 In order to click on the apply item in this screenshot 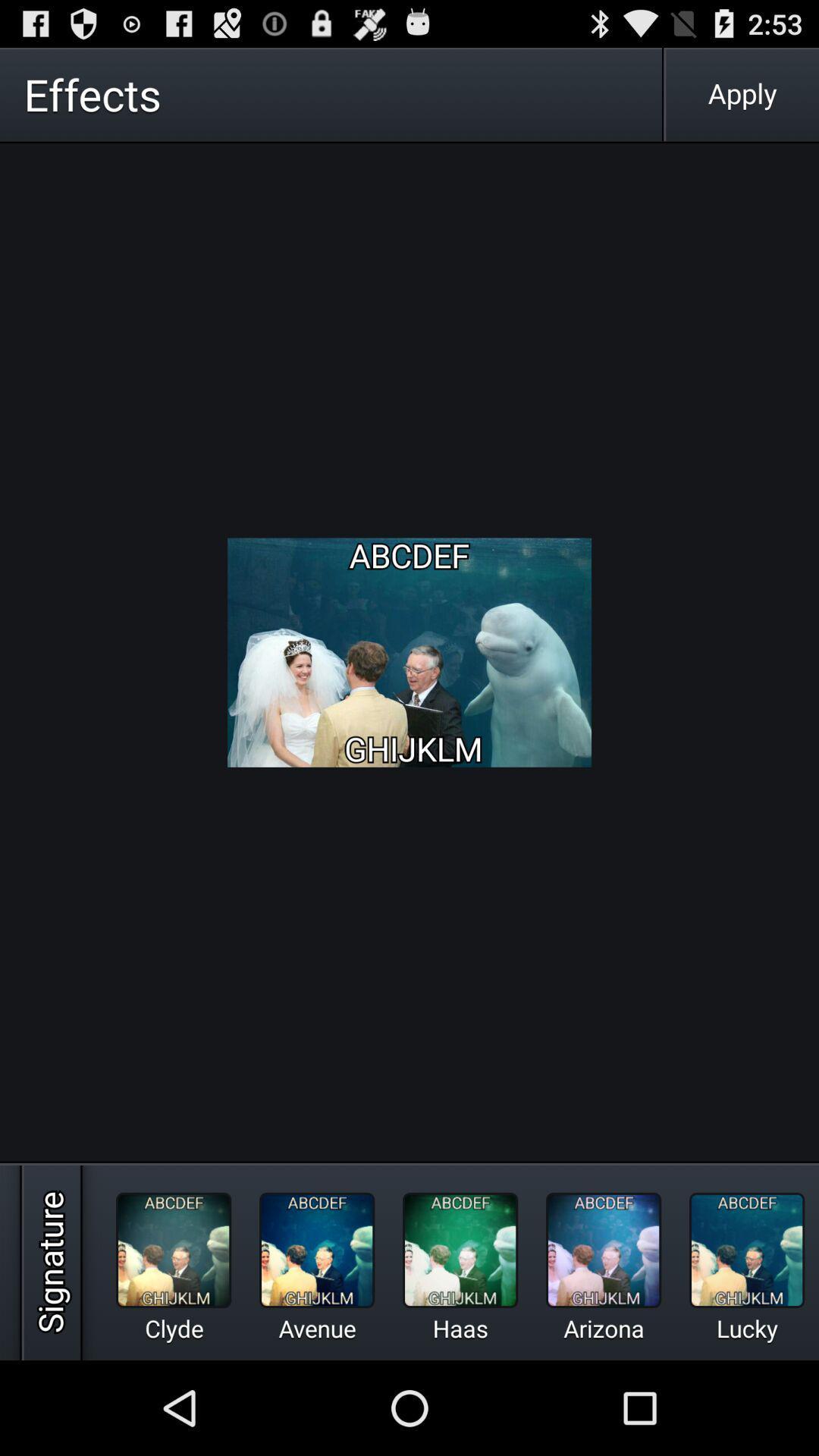, I will do `click(742, 93)`.